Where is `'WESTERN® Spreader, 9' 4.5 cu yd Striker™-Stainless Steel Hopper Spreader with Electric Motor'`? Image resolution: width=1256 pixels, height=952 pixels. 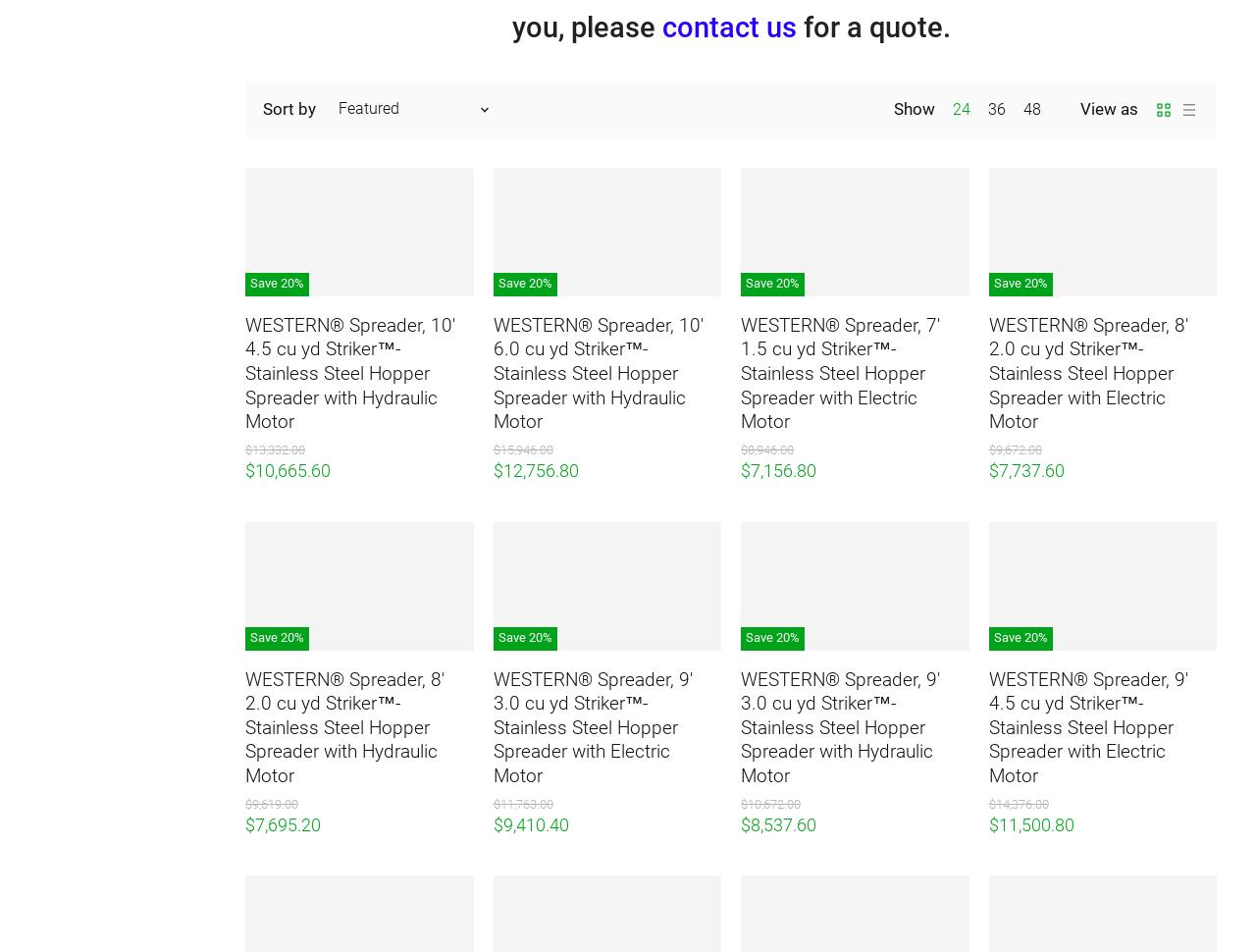
'WESTERN® Spreader, 9' 4.5 cu yd Striker™-Stainless Steel Hopper Spreader with Electric Motor' is located at coordinates (1086, 725).